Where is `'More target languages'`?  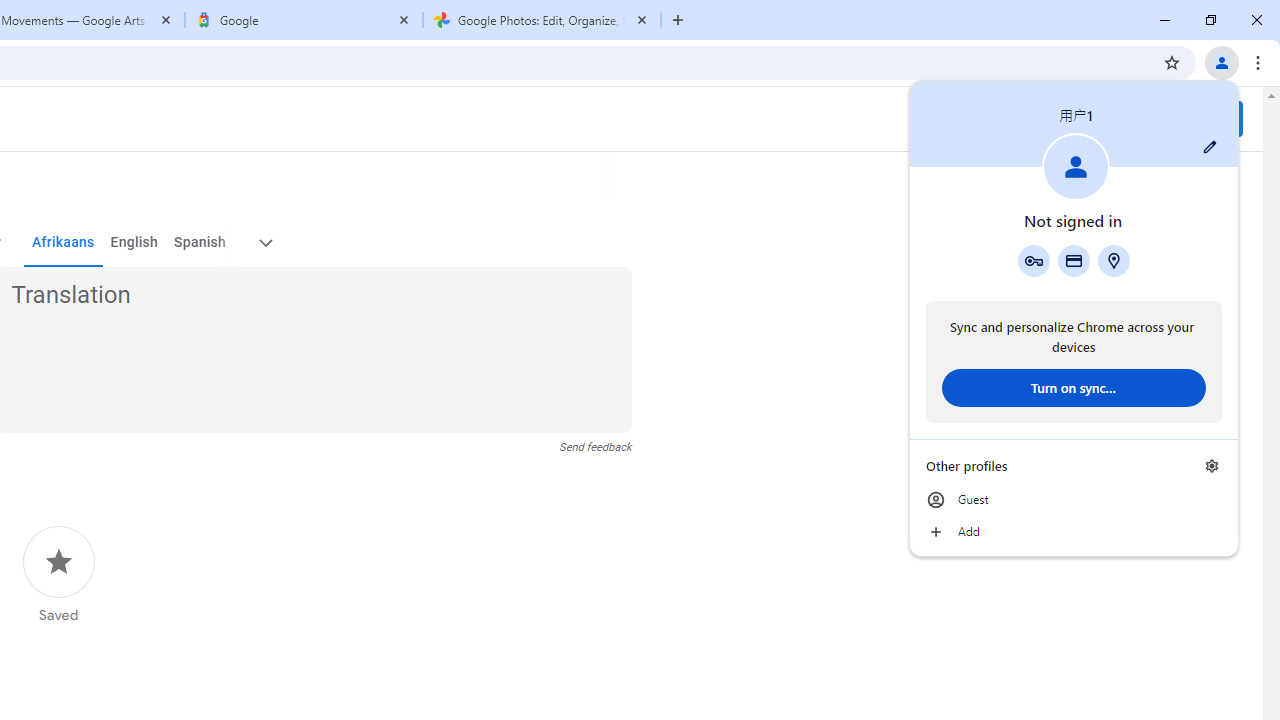 'More target languages' is located at coordinates (263, 242).